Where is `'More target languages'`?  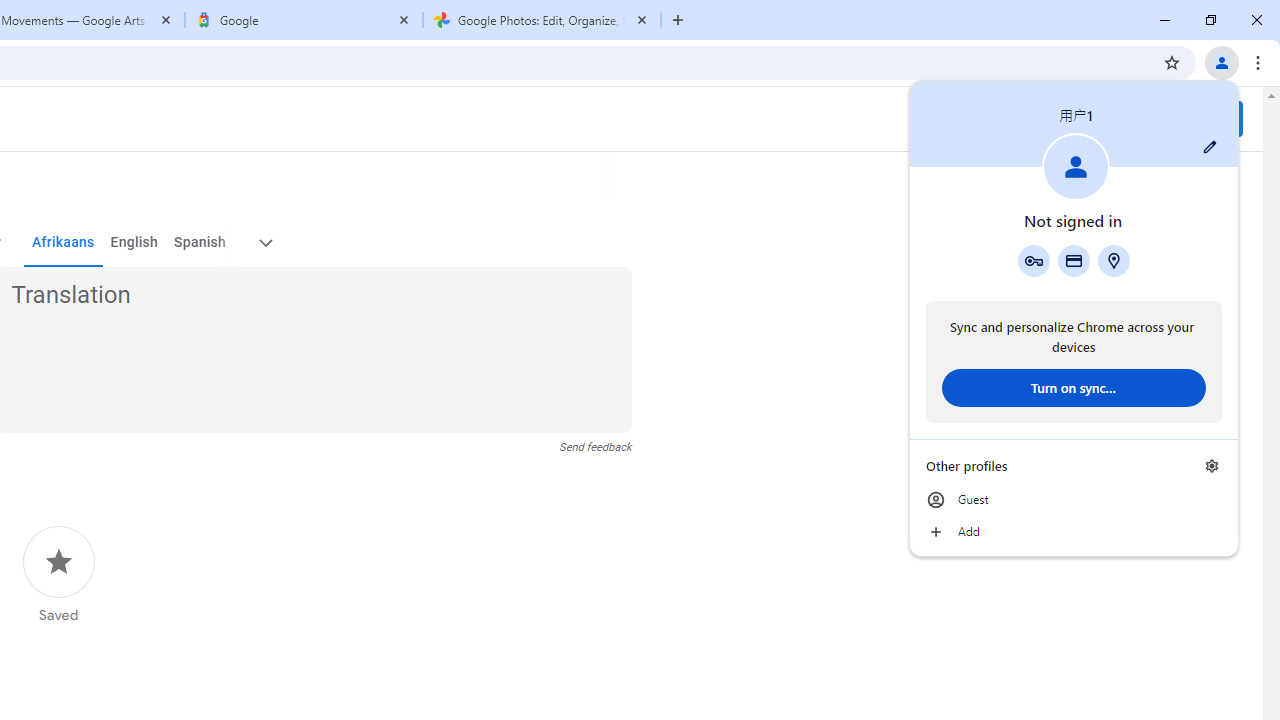 'More target languages' is located at coordinates (263, 242).